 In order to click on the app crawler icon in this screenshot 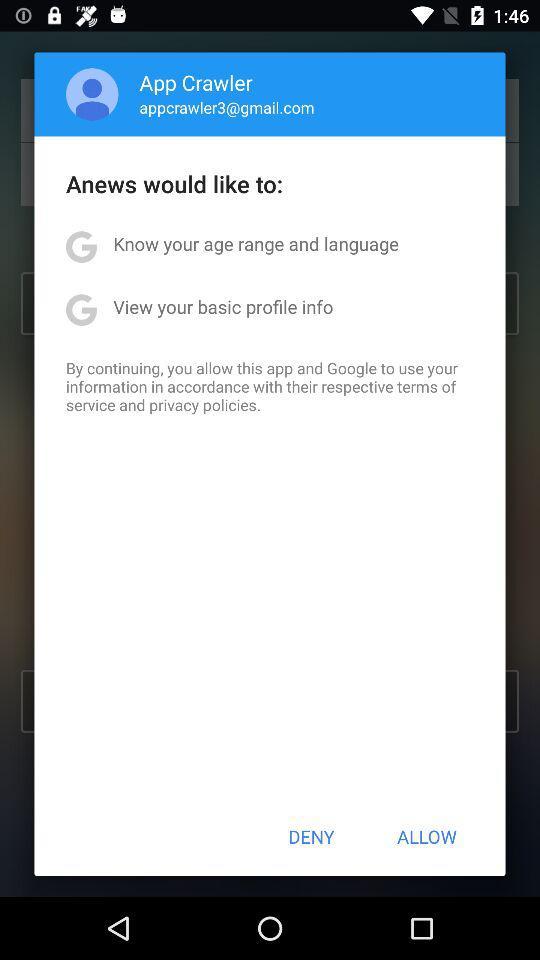, I will do `click(196, 82)`.